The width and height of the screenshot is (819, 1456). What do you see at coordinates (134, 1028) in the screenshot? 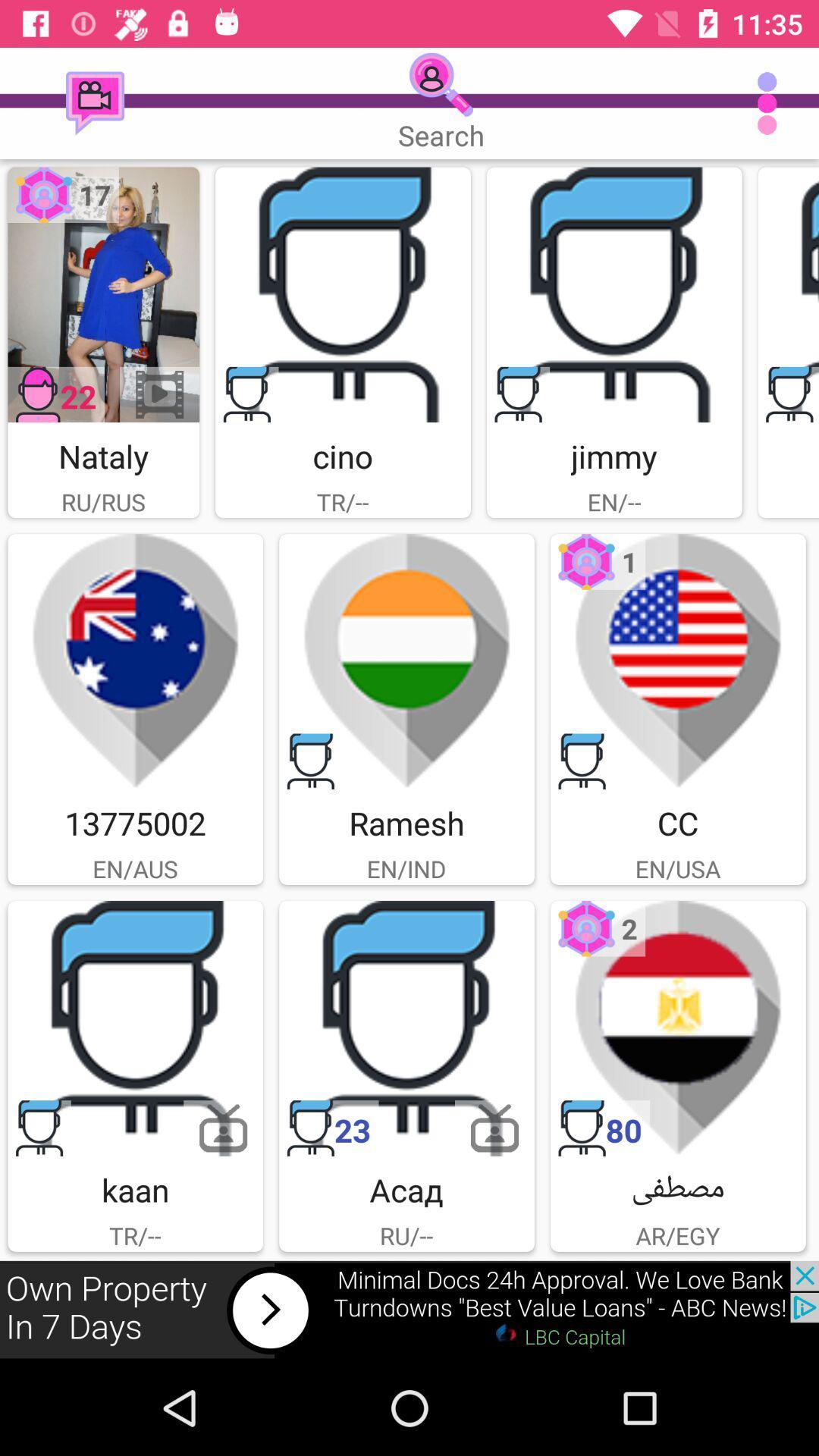
I see `profile` at bounding box center [134, 1028].